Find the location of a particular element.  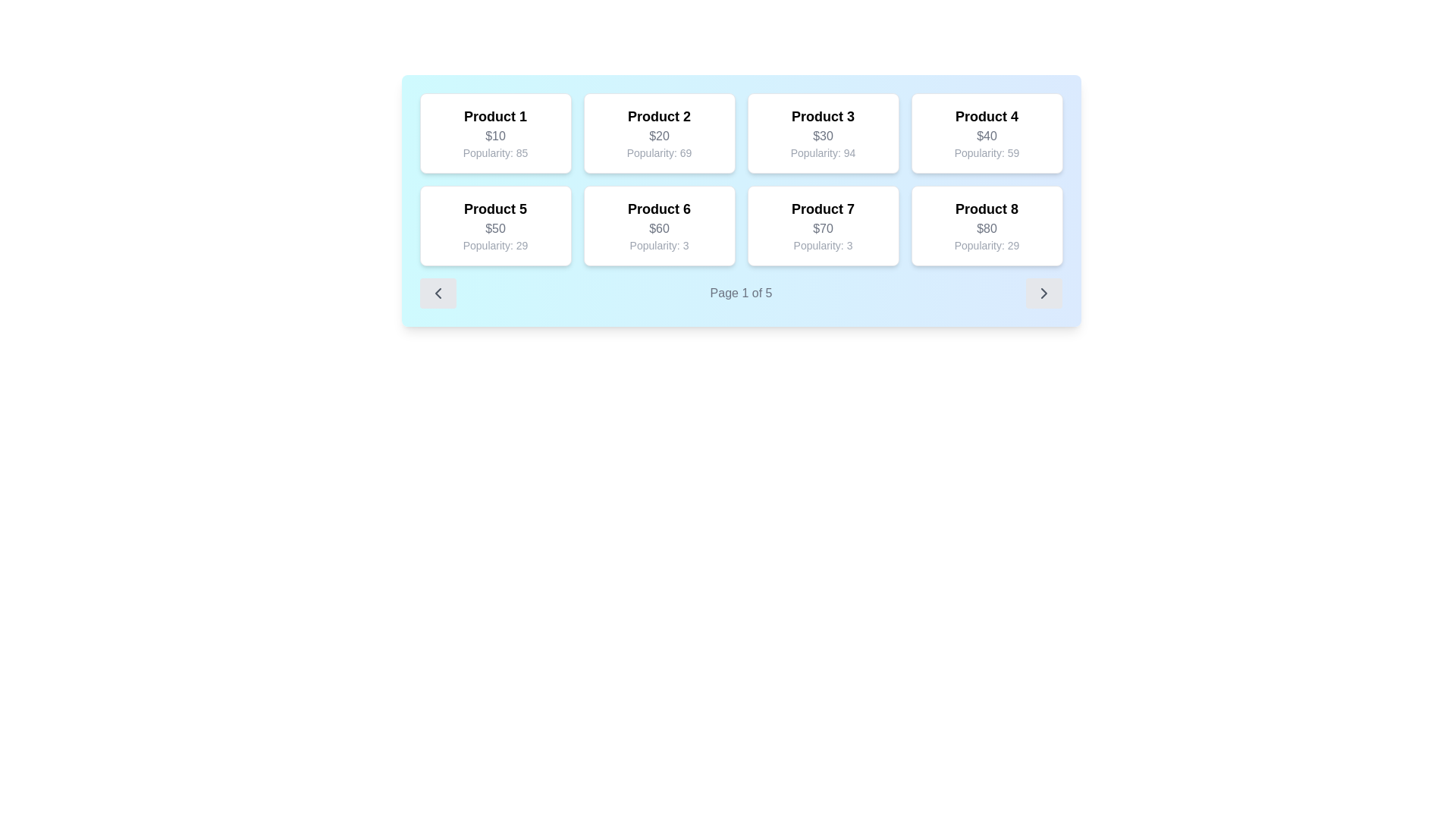

the text label displaying the monetary value '$10', which is located beneath the title 'Product 1' in a minimalistic card design is located at coordinates (495, 136).